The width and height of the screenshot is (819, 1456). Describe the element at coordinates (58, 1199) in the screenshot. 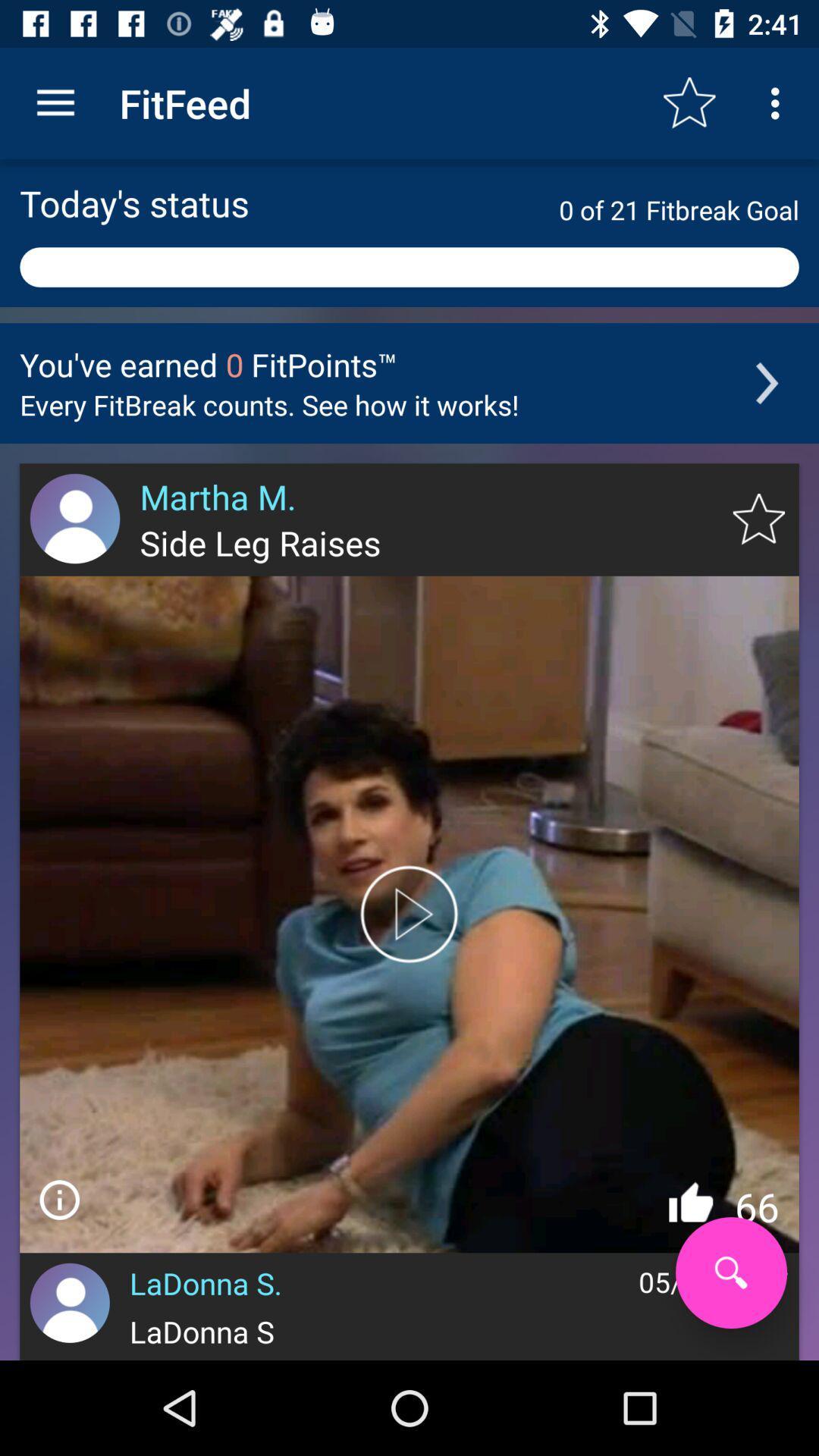

I see `find info about the person` at that location.